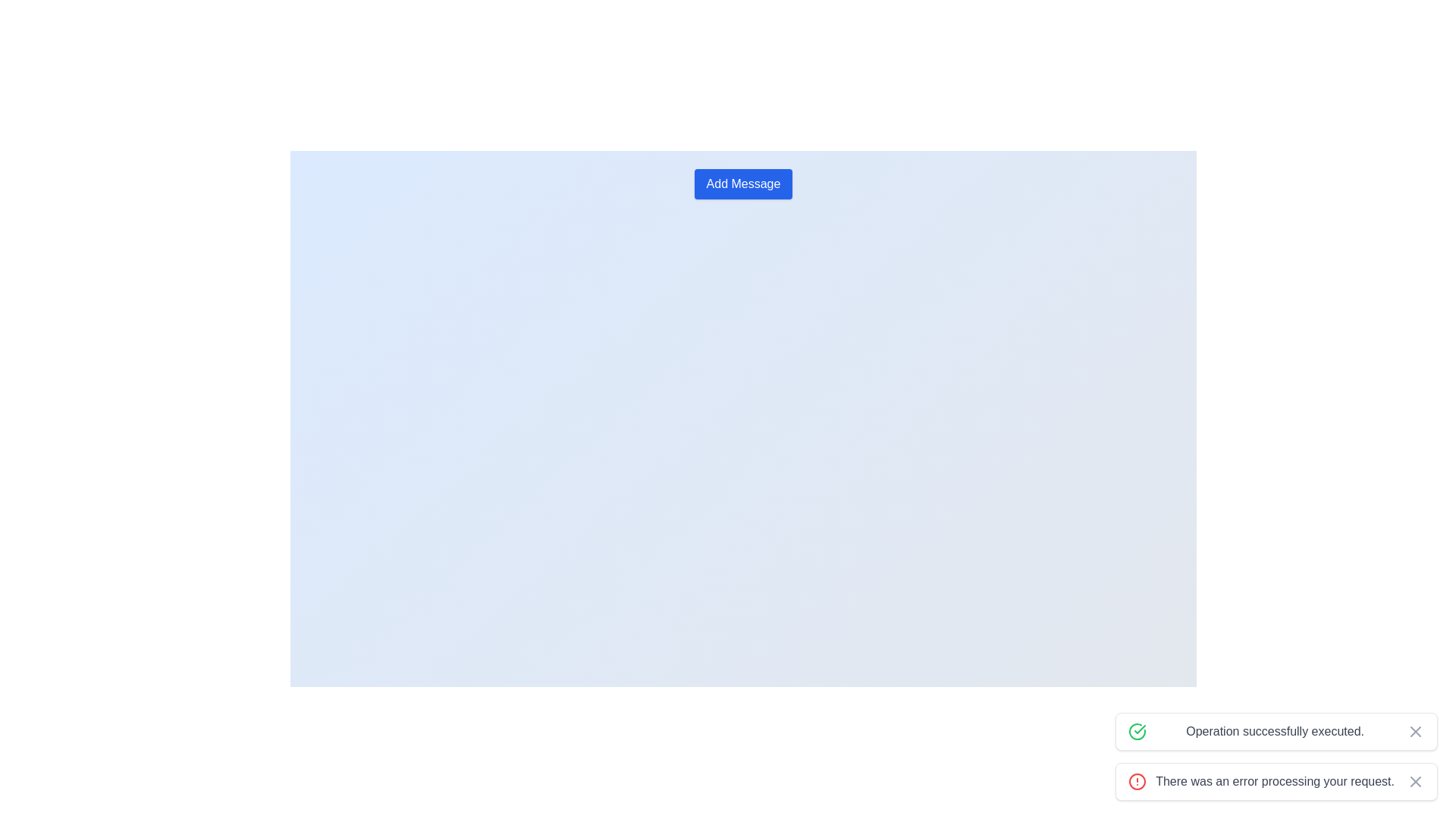 This screenshot has width=1456, height=819. I want to click on the decorative green checkmark icon within the SVG, which is positioned to the right and slightly below a circular element, so click(1140, 728).